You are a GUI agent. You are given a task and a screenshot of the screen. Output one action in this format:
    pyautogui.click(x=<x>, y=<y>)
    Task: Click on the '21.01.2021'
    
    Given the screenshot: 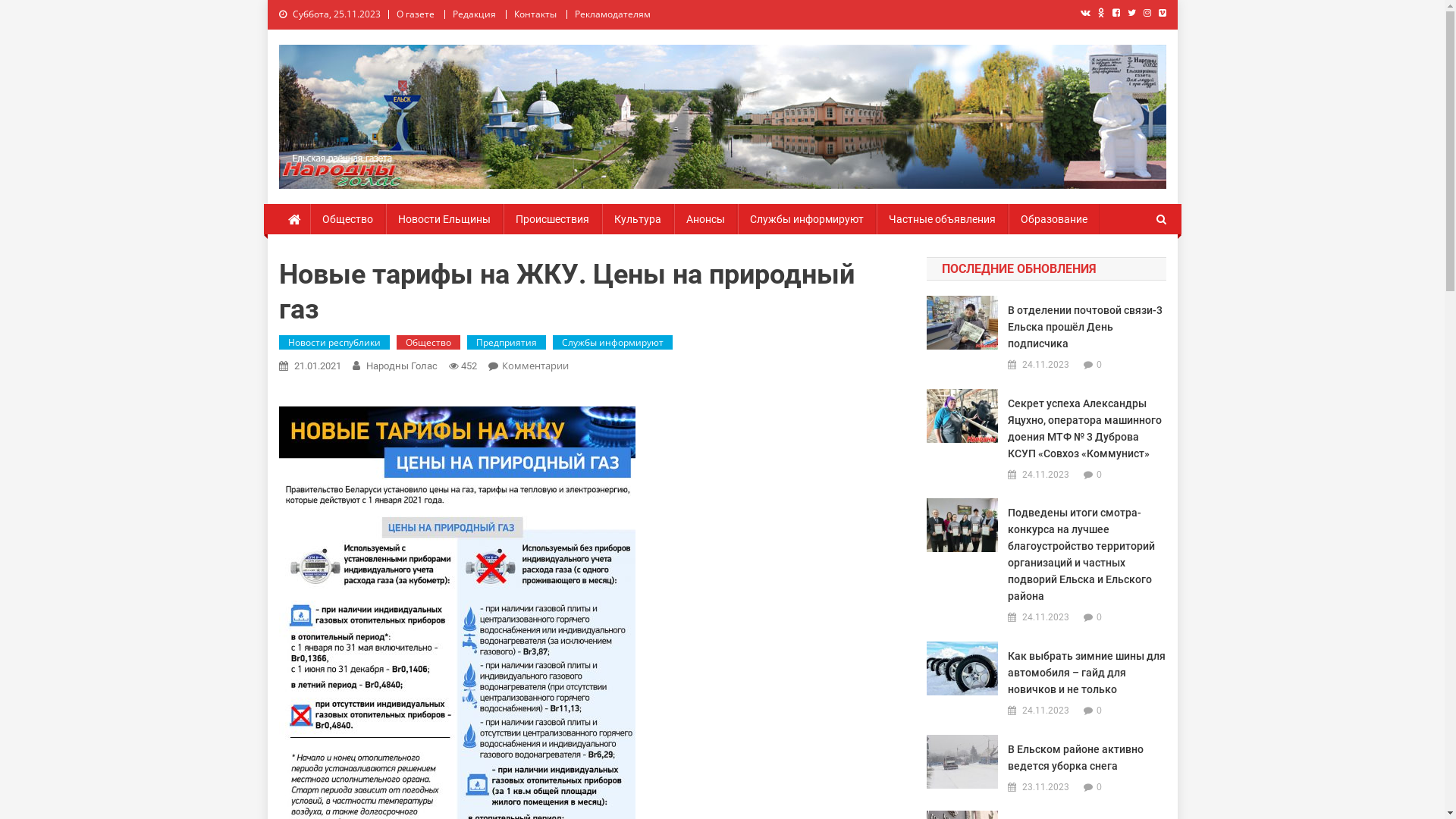 What is the action you would take?
    pyautogui.click(x=316, y=366)
    